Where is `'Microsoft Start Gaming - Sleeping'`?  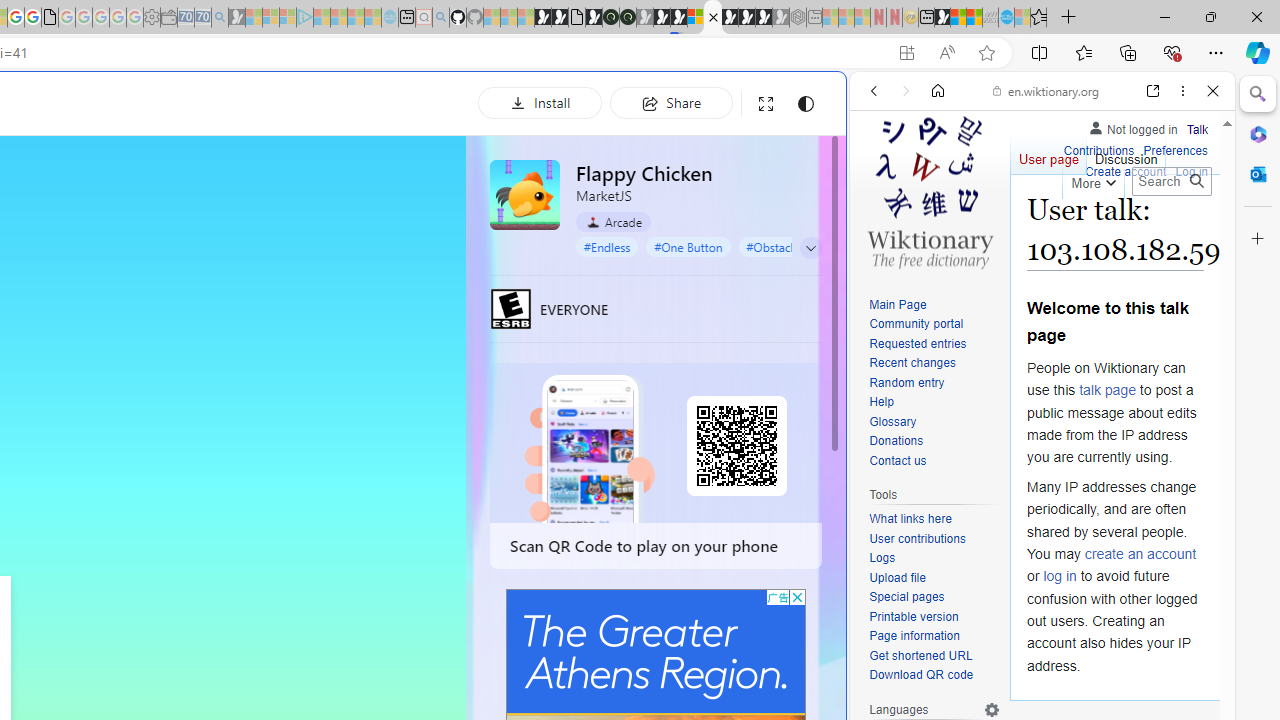
'Microsoft Start Gaming - Sleeping' is located at coordinates (236, 17).